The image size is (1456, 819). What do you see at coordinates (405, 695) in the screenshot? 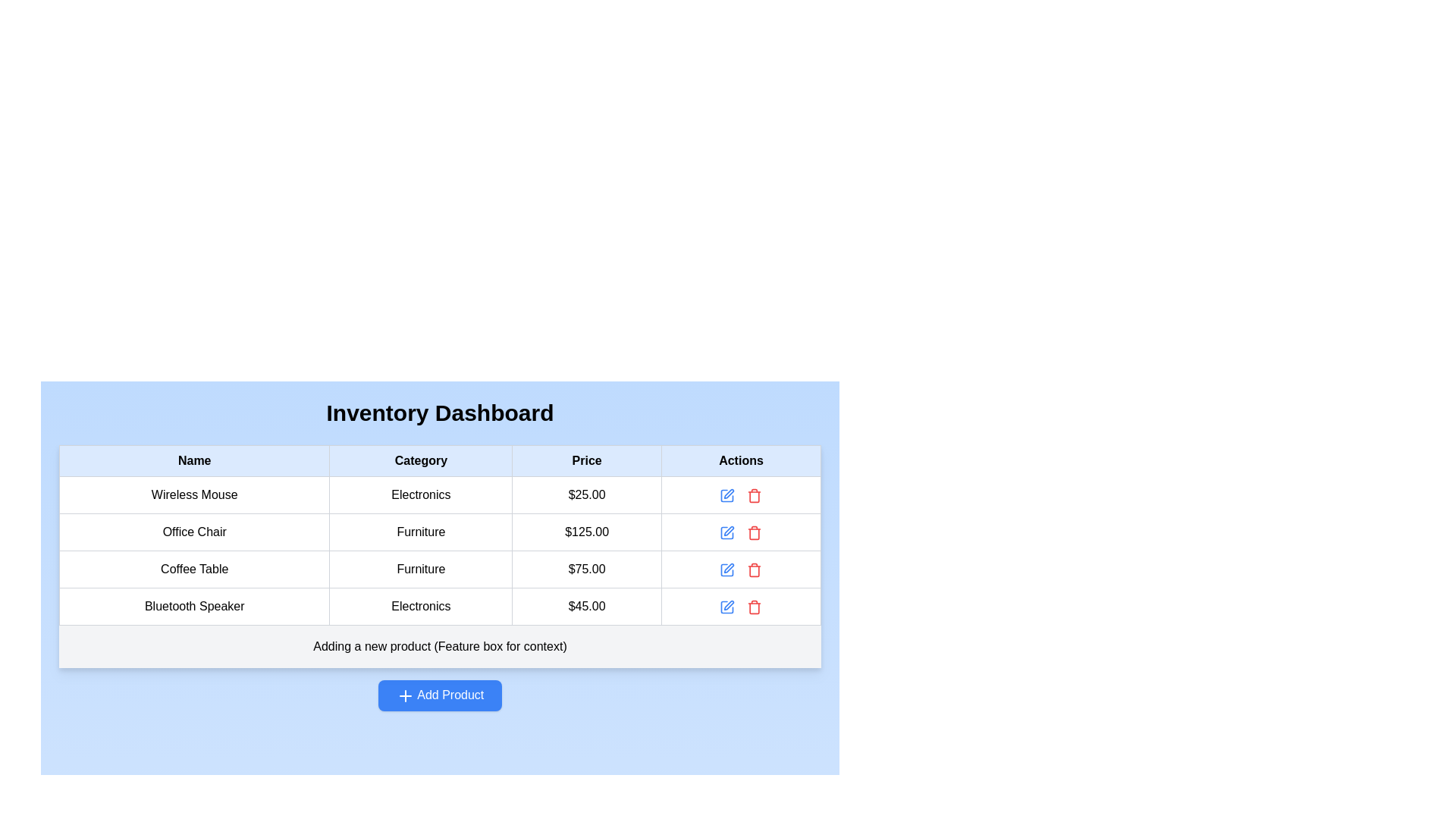
I see `the plus icon located within the 'Add Product' button, which features a blue background and white text` at bounding box center [405, 695].